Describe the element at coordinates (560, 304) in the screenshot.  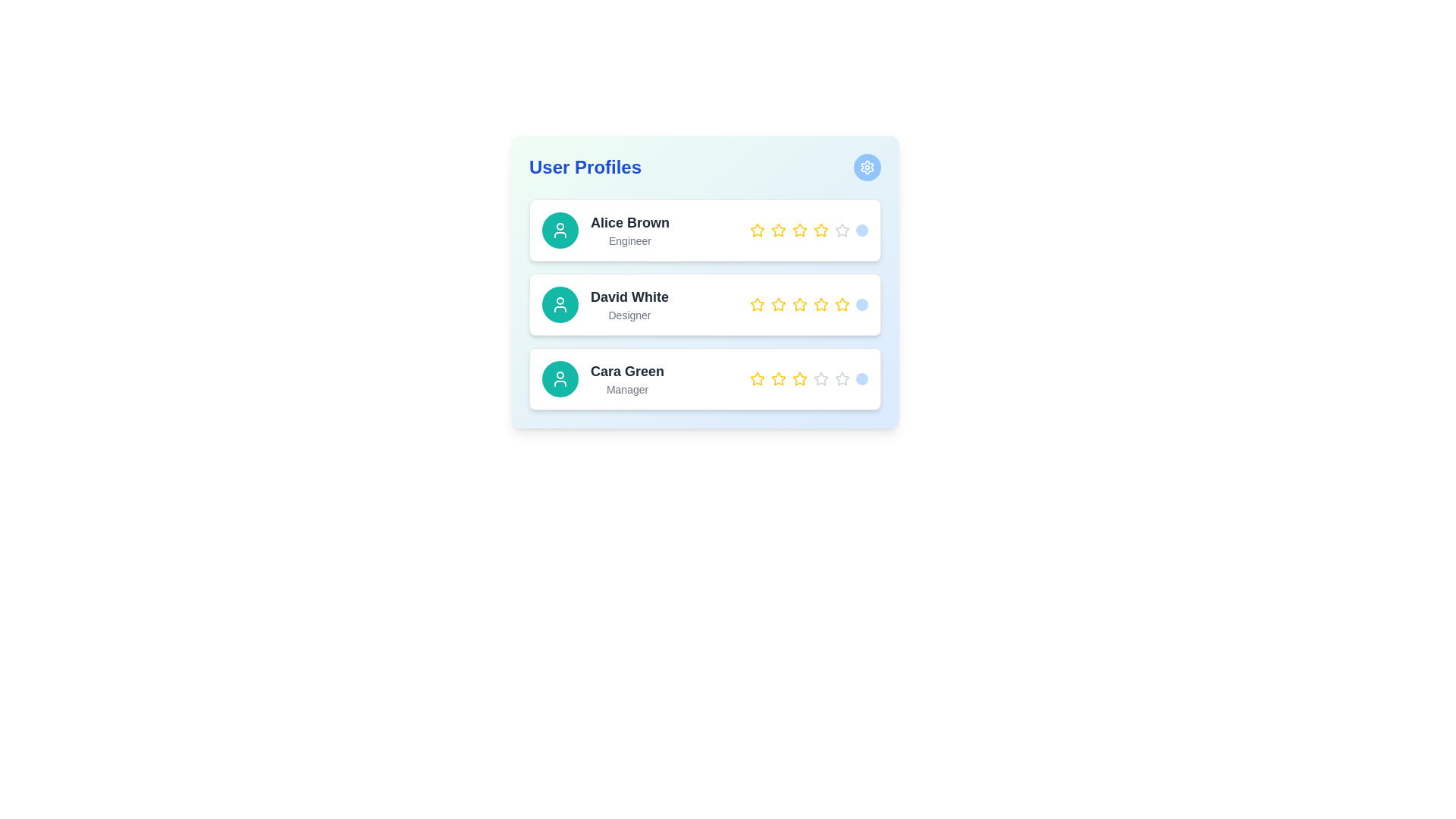
I see `the user profile icon representing a generic person's outline, which is white with a rounded stroke on a teal circular background, located in the second row of the user profile list next to 'David White'` at that location.